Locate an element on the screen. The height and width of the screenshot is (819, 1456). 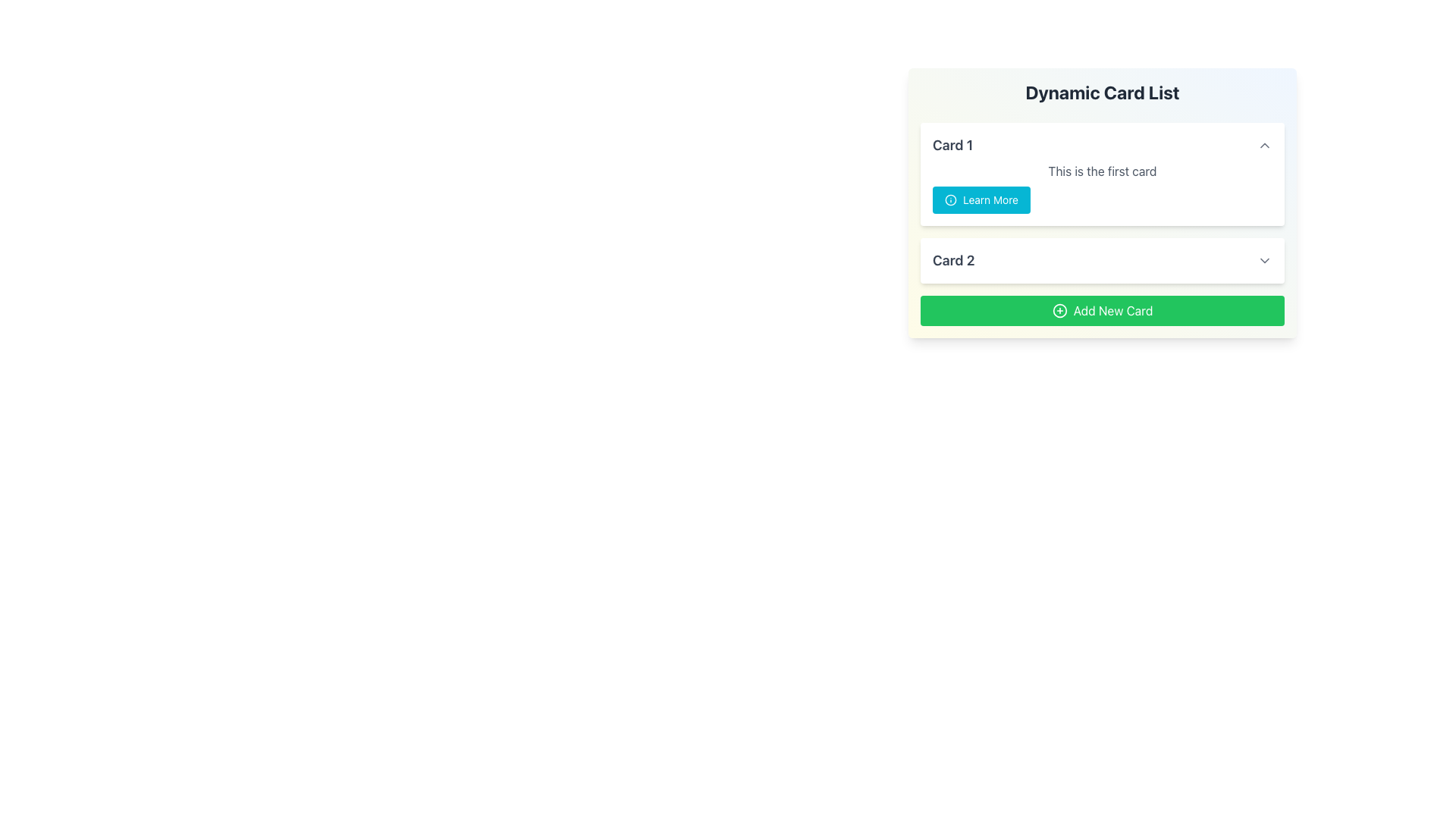
the downward-pointing chevron icon button located to the right of the 'Card 2' text in the 'Dynamic Card List' content area is located at coordinates (1265, 259).